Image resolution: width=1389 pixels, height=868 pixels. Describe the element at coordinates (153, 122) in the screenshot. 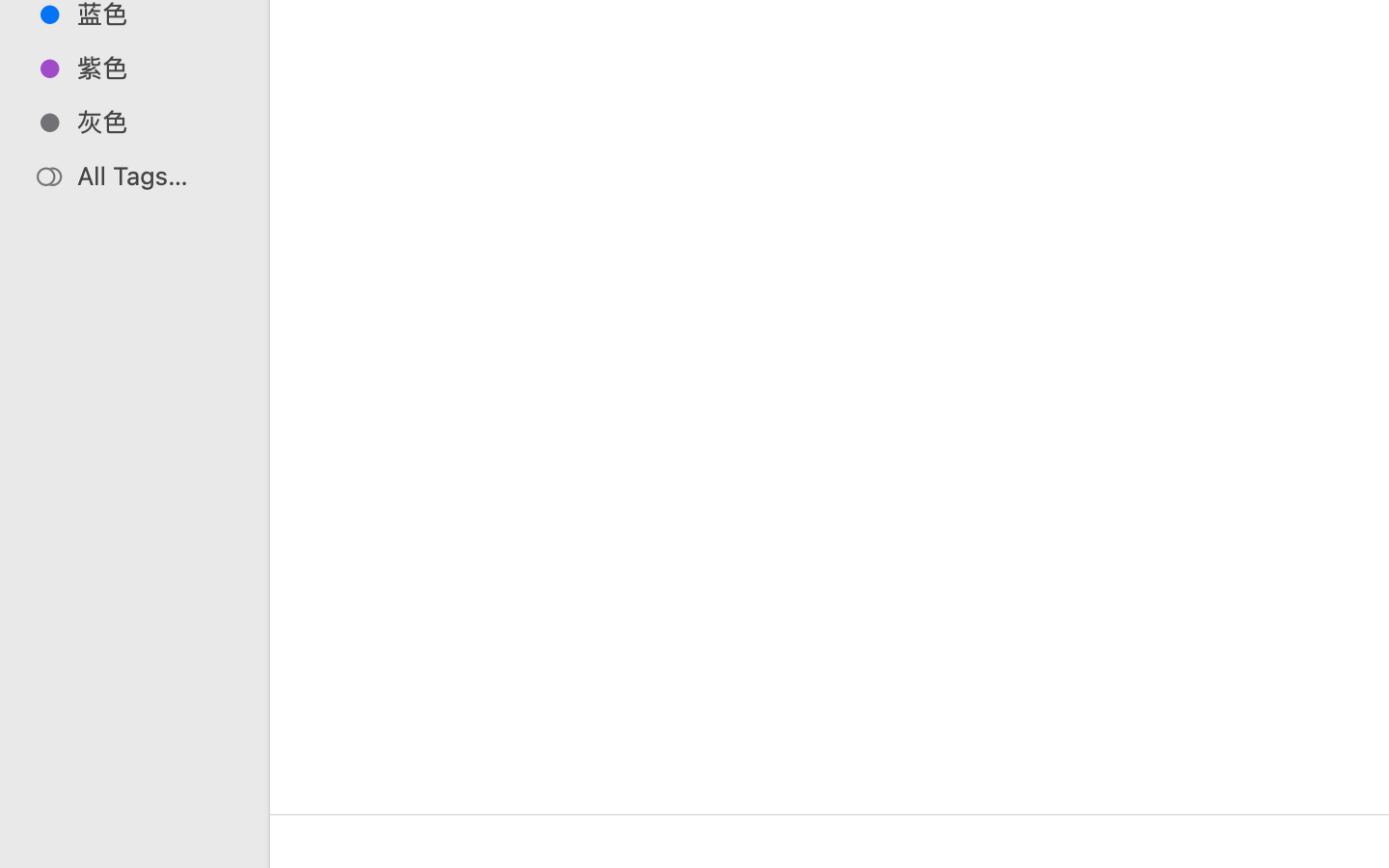

I see `'灰色'` at that location.